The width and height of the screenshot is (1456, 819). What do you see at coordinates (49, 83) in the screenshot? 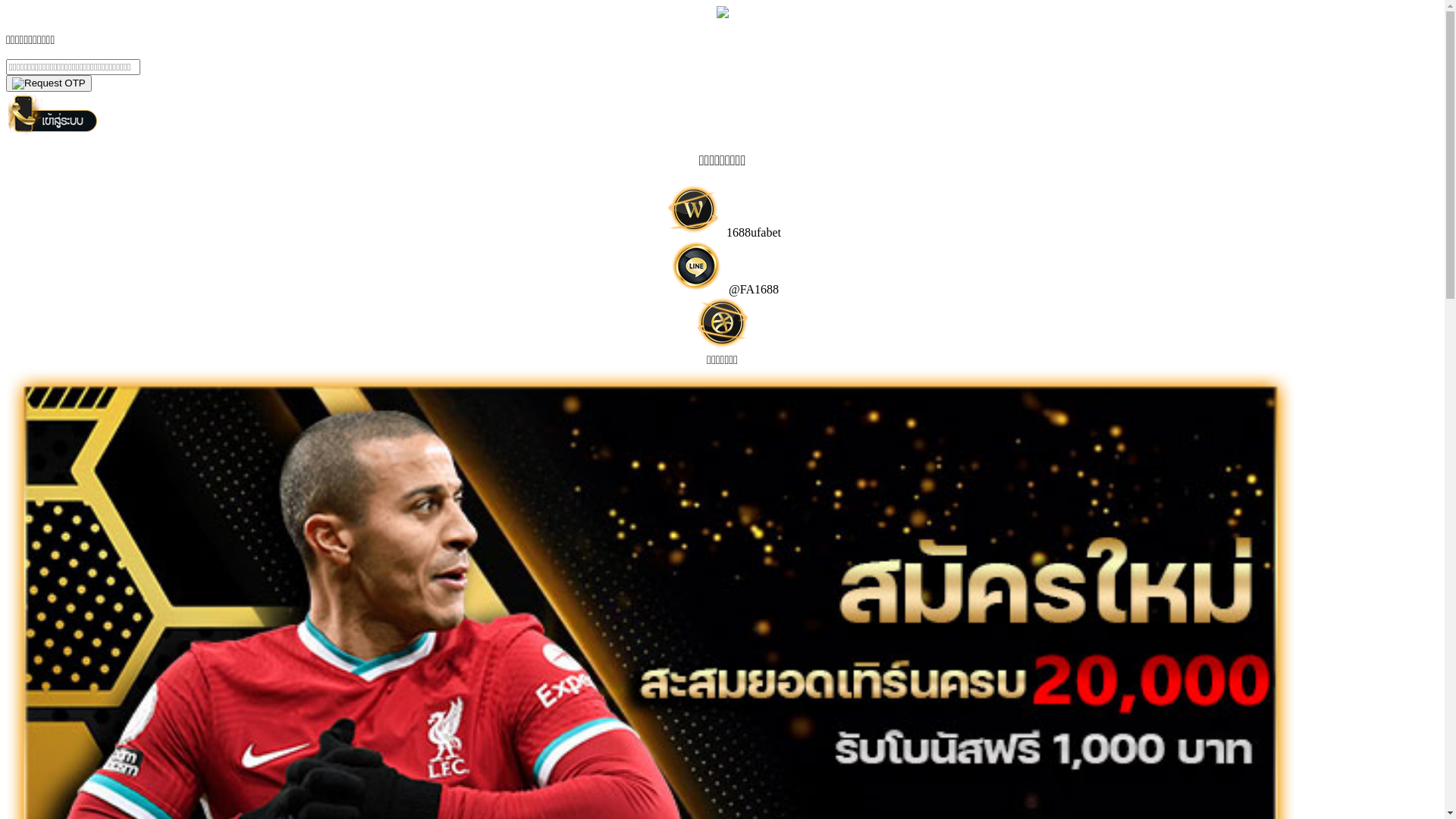
I see `'yes'` at bounding box center [49, 83].